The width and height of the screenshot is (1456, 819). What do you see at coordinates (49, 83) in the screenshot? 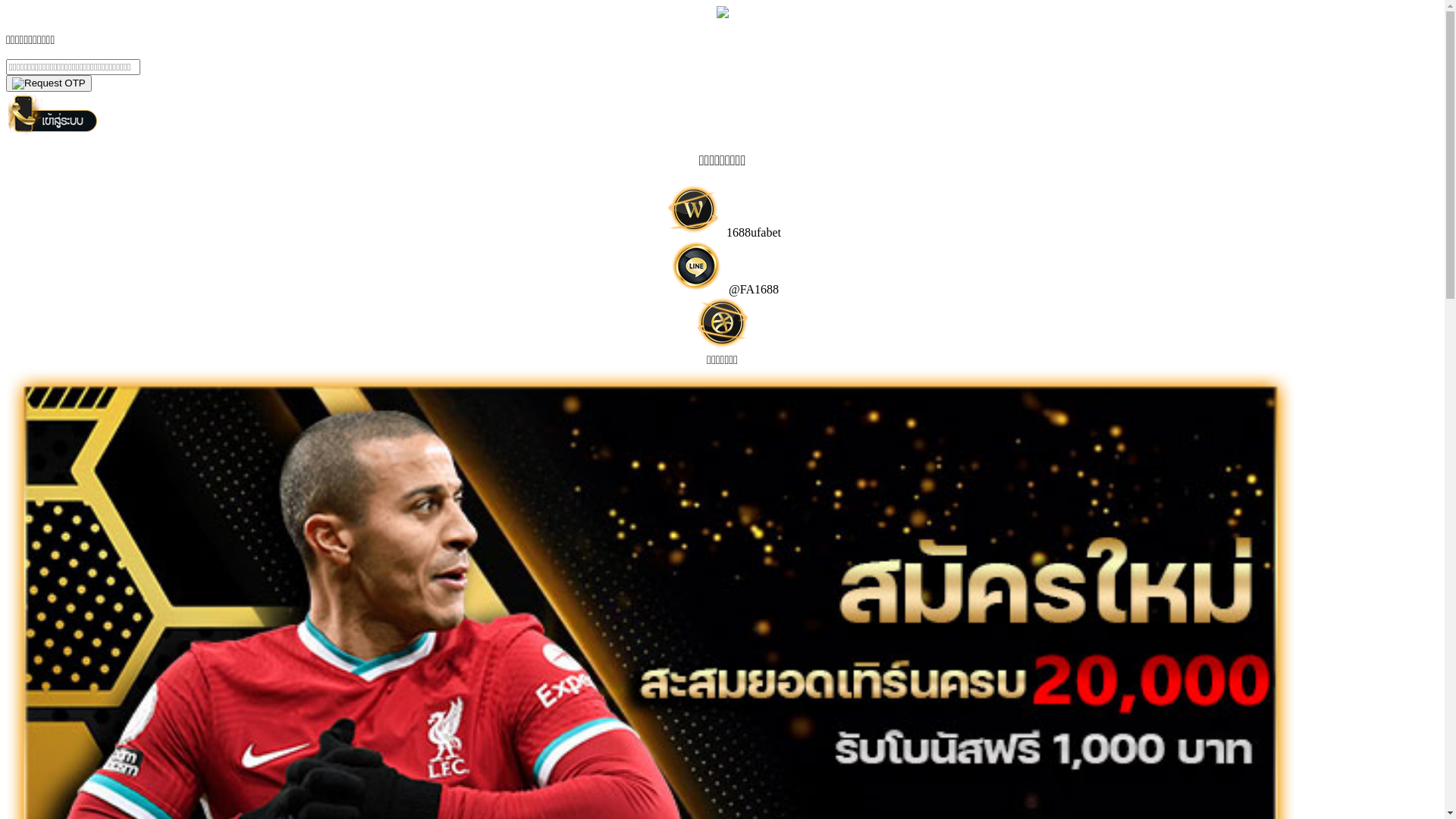
I see `'yes'` at bounding box center [49, 83].